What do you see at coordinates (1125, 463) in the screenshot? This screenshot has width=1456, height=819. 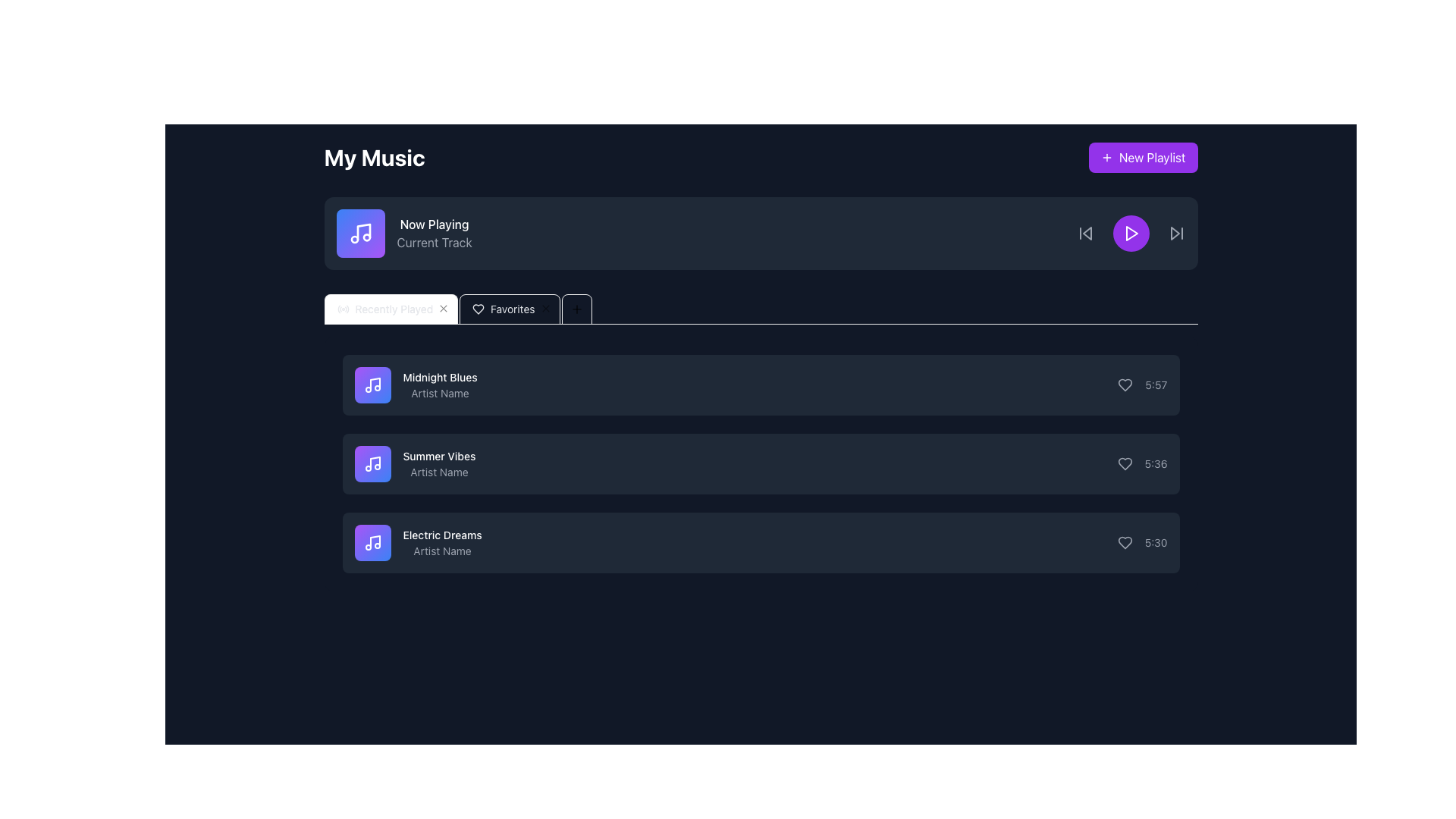 I see `the heart-shaped interactive icon located in the second song entry from the top of the music playlist interface` at bounding box center [1125, 463].